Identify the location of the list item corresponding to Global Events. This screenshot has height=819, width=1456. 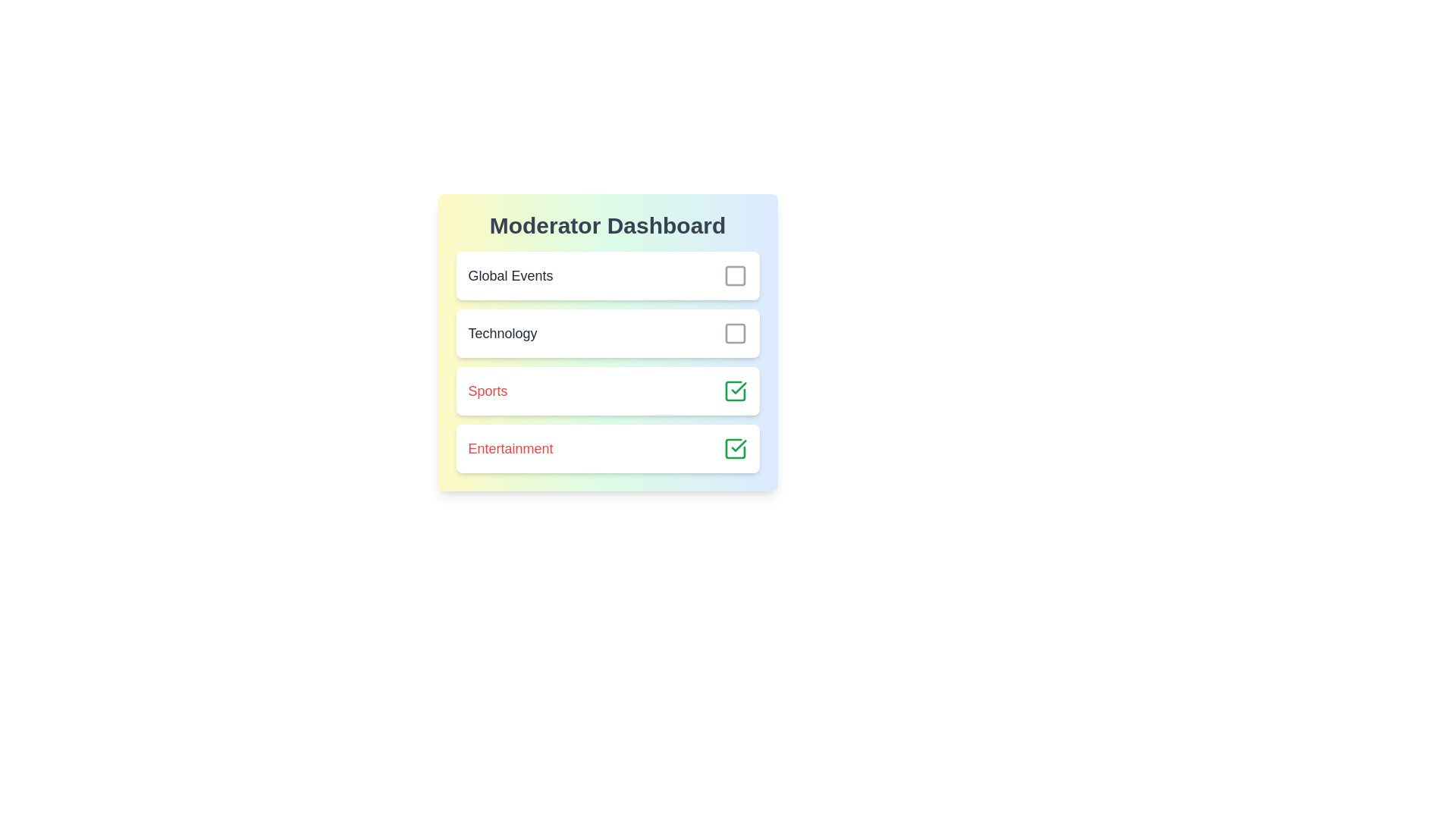
(607, 275).